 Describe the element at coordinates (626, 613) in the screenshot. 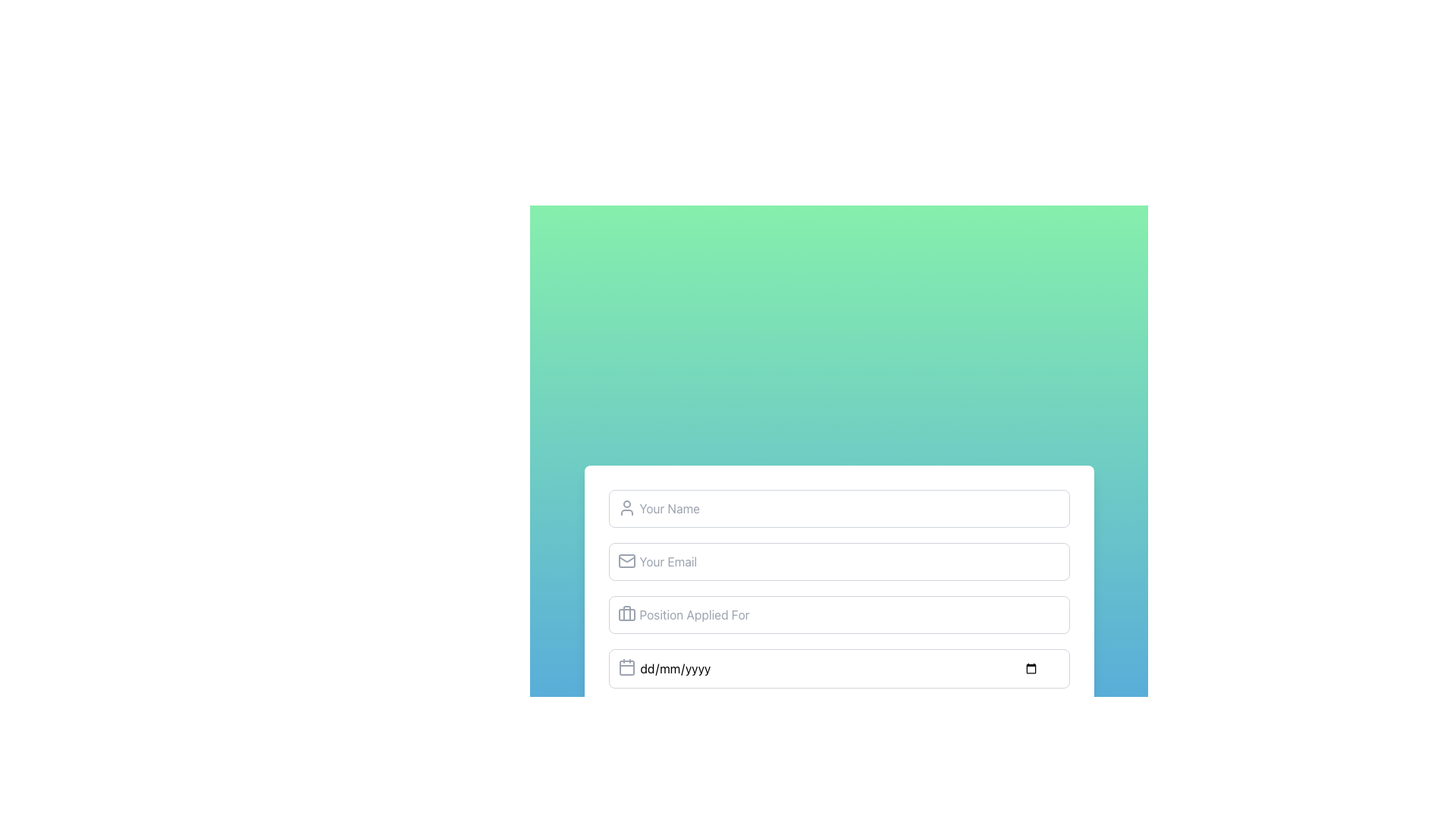

I see `the vertical line resembling the side of a briefcase handle, which is part of the briefcase icon located to the left of the 'Position Applied For' text field` at that location.